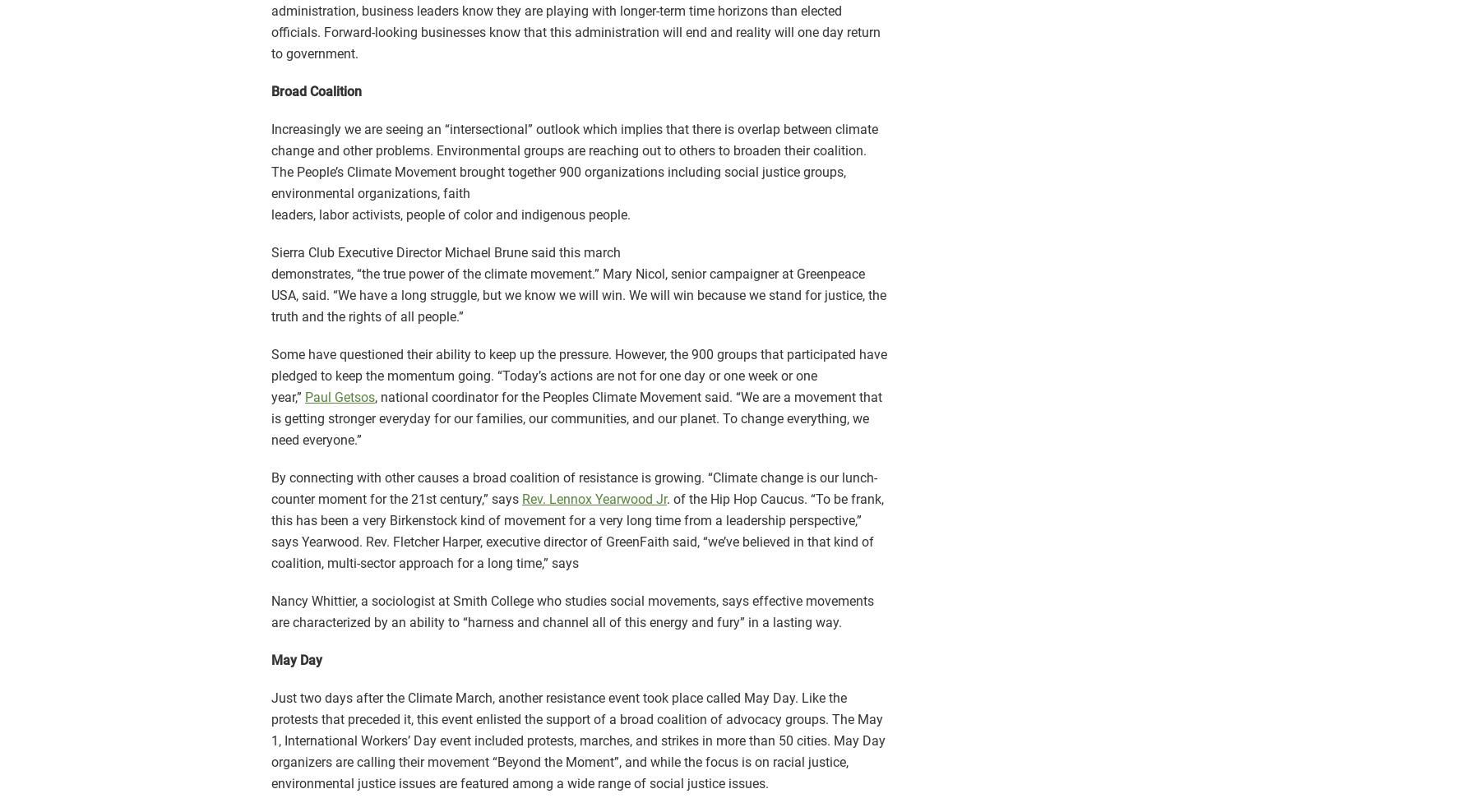 Image resolution: width=1480 pixels, height=812 pixels. What do you see at coordinates (270, 91) in the screenshot?
I see `'Broad Coalition'` at bounding box center [270, 91].